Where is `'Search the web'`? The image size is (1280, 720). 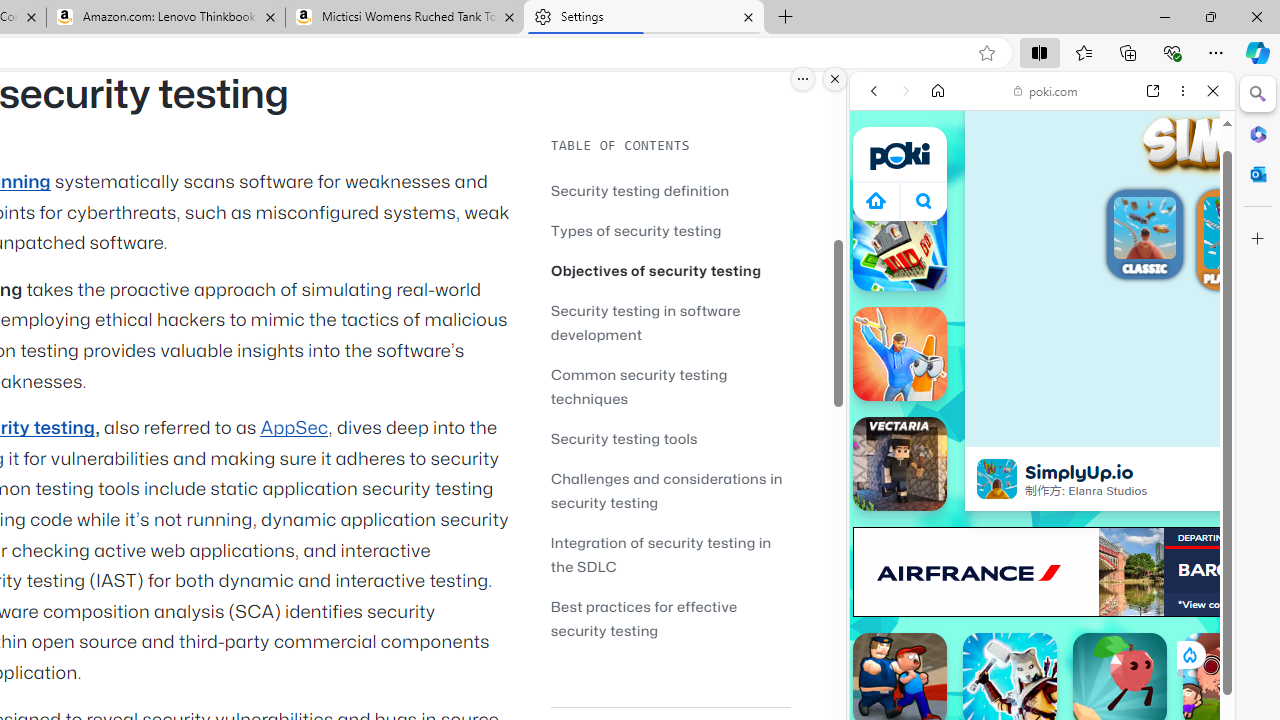
'Search the web' is located at coordinates (1051, 137).